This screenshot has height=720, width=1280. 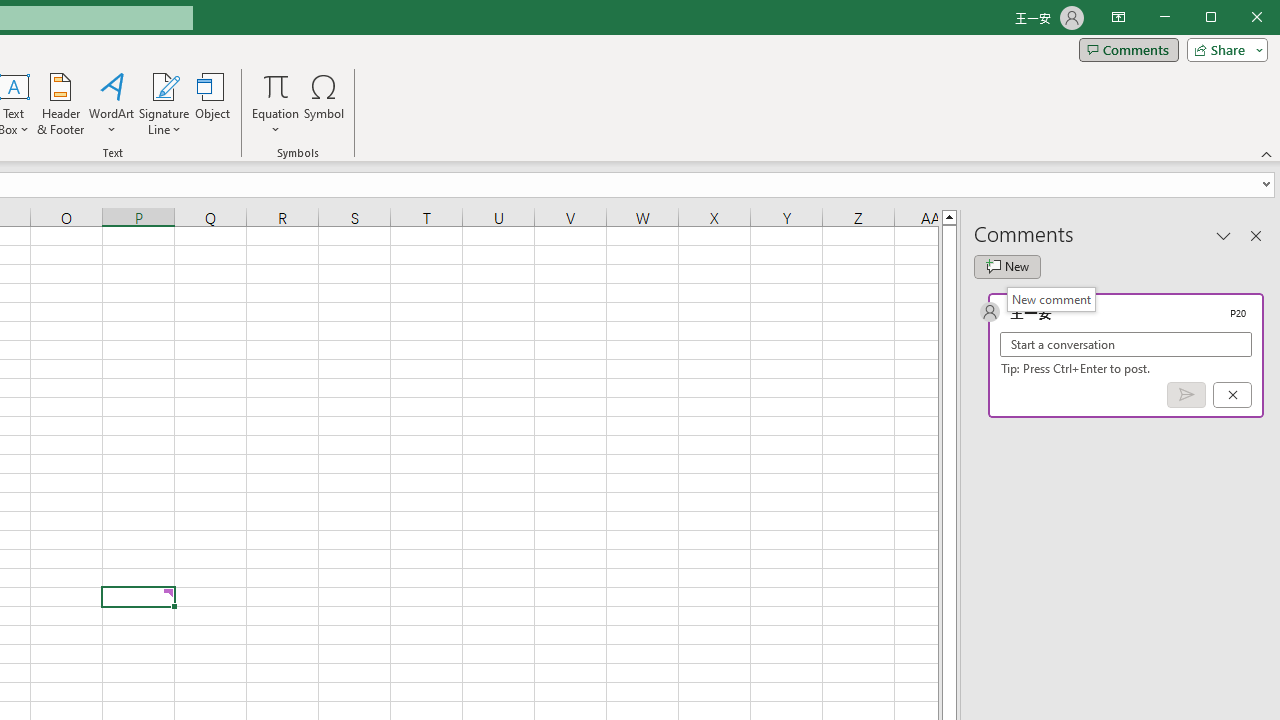 I want to click on 'Equation', so click(x=274, y=85).